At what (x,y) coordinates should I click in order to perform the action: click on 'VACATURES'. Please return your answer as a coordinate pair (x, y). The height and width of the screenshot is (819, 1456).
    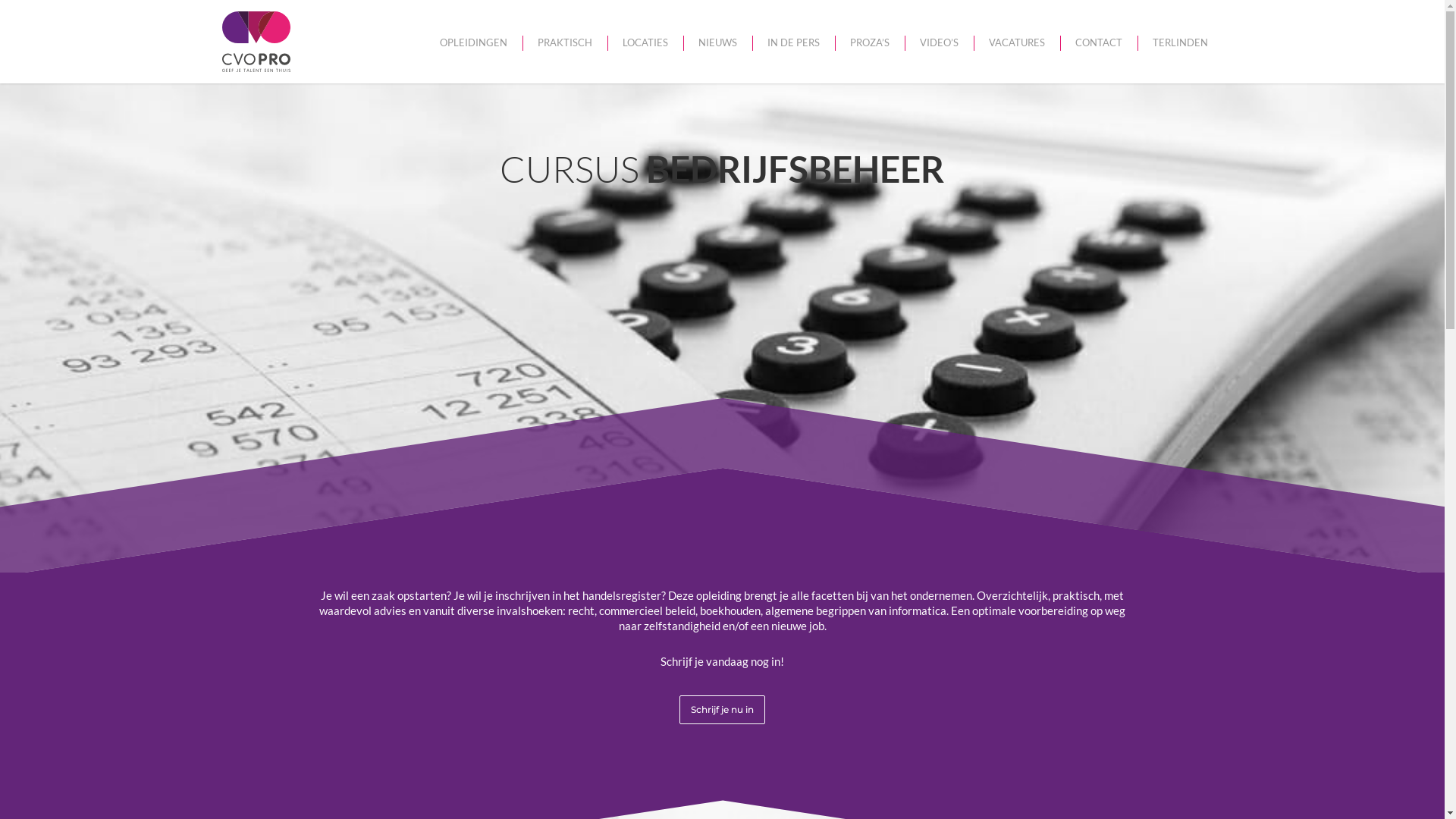
    Looking at the image, I should click on (973, 40).